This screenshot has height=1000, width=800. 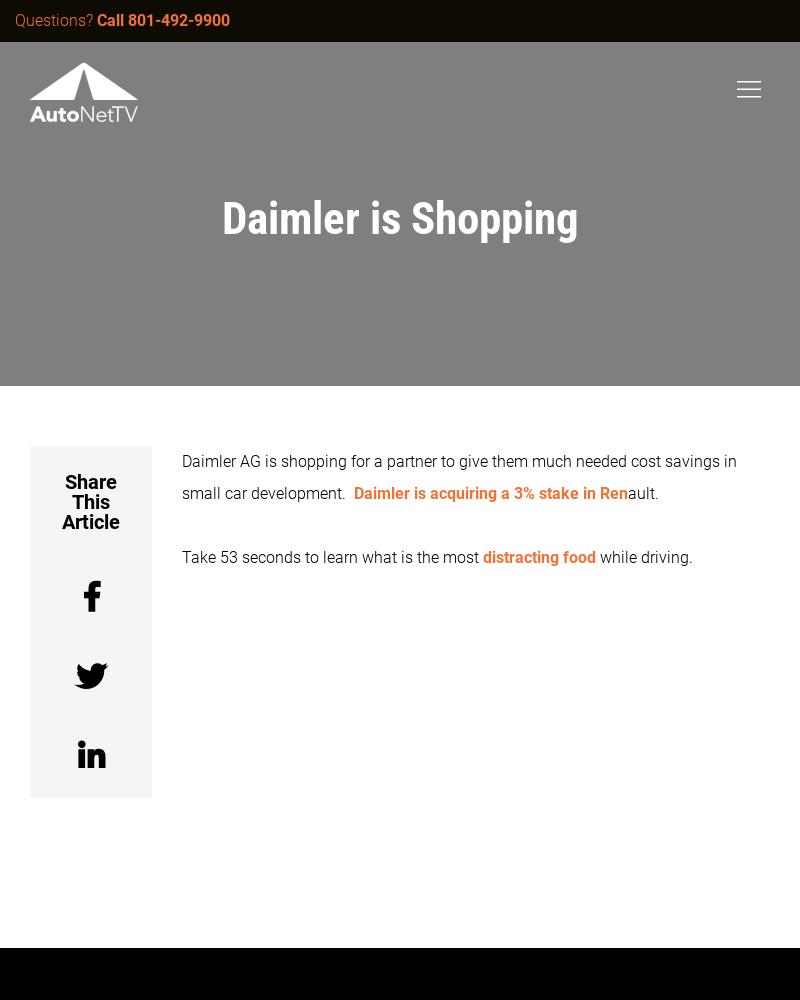 What do you see at coordinates (491, 492) in the screenshot?
I see `'Daimler is acquiring a 3% stake in Ren'` at bounding box center [491, 492].